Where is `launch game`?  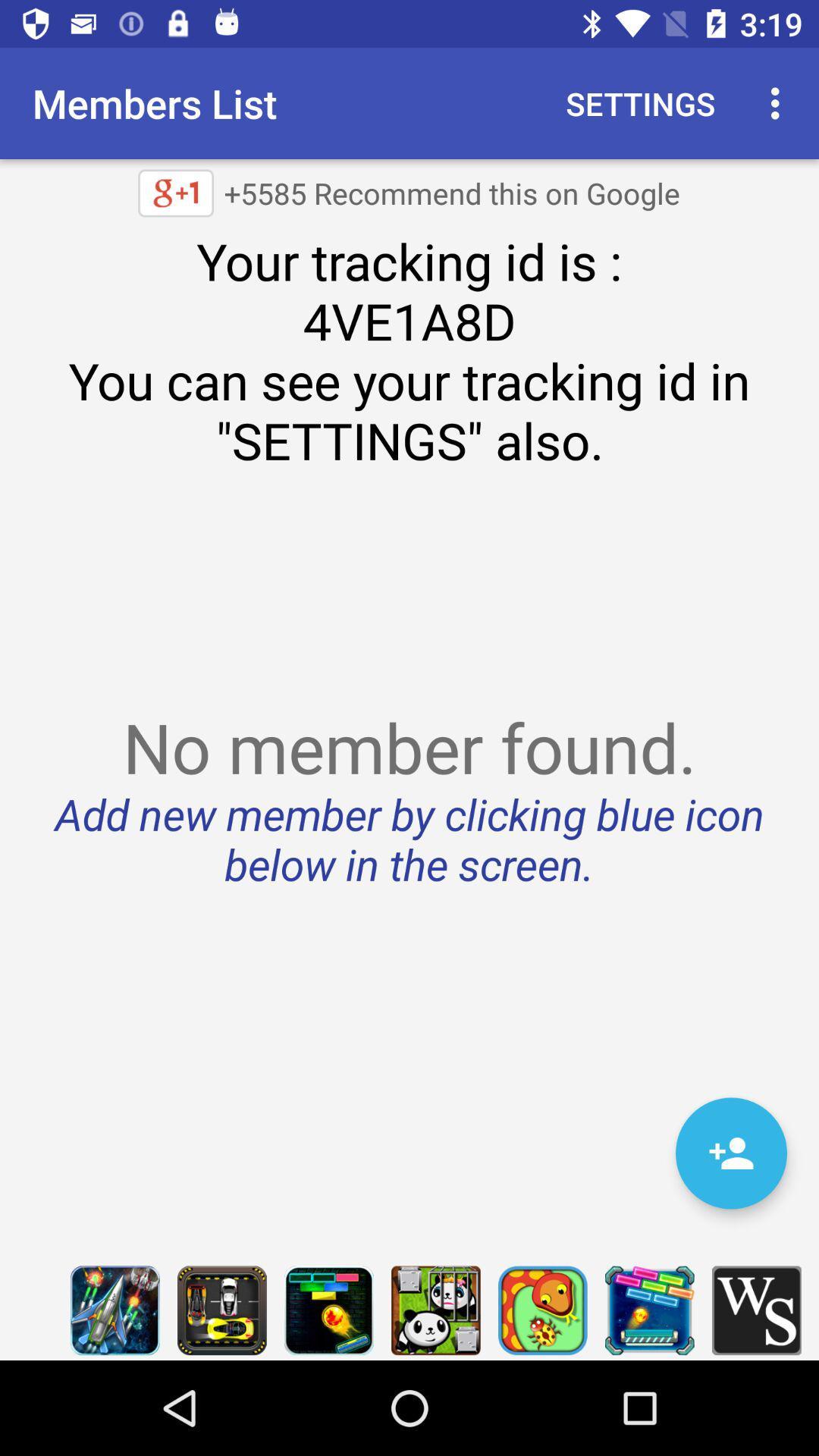
launch game is located at coordinates (114, 1310).